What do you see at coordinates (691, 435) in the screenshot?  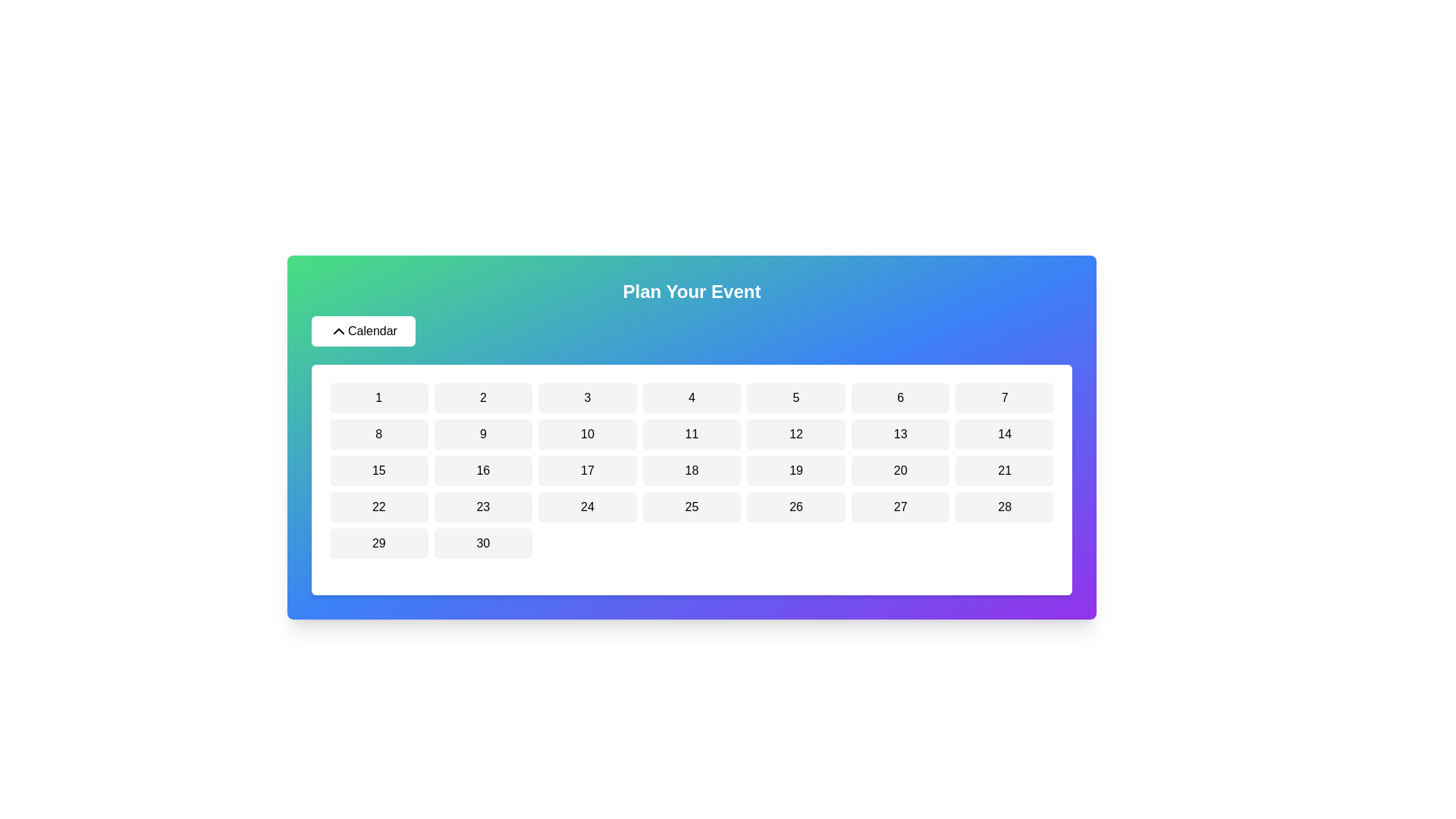 I see `the button displaying the number '11' which has a light gray background and black text to observe its hover effect` at bounding box center [691, 435].